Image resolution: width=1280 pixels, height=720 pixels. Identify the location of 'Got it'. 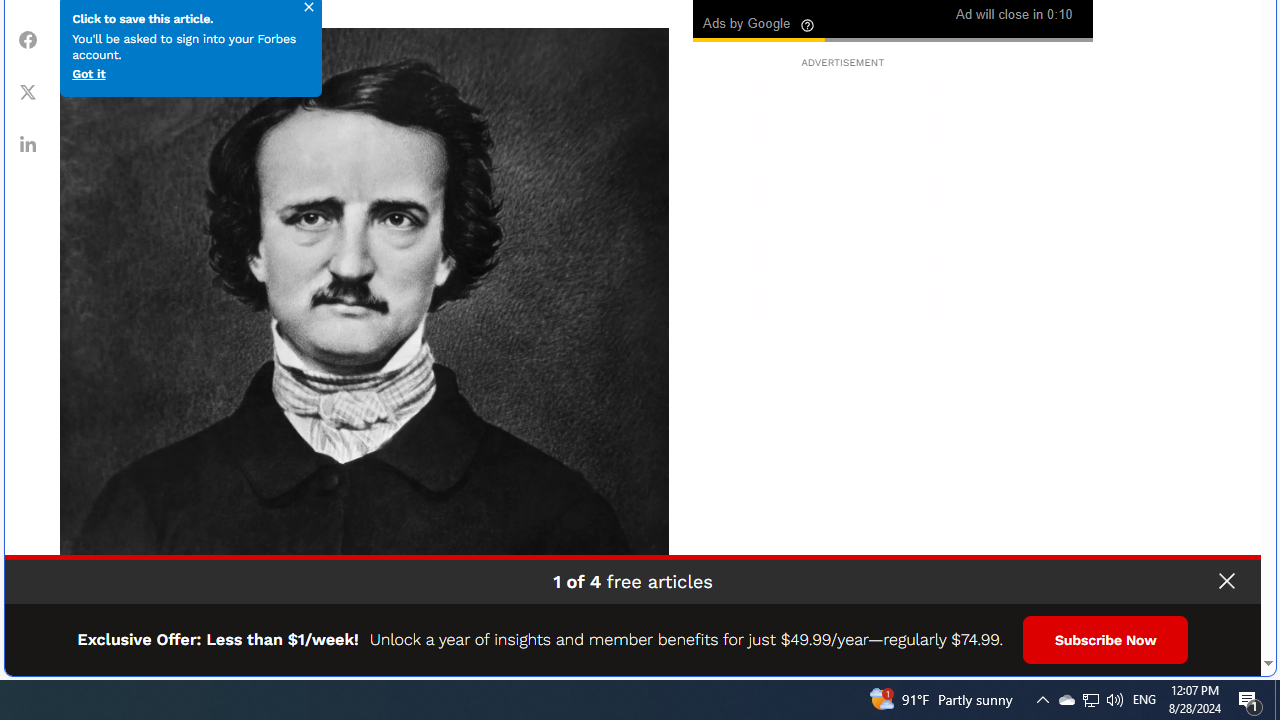
(87, 72).